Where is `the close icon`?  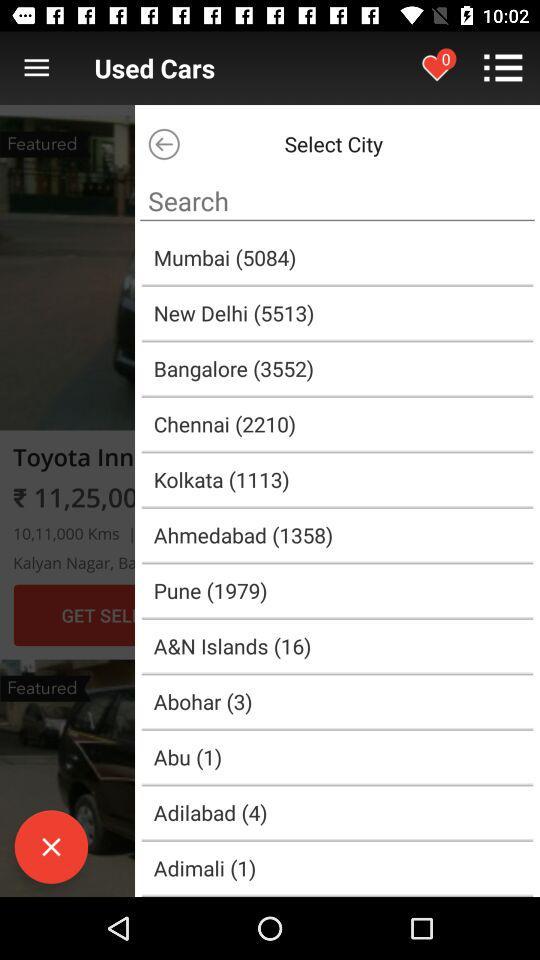 the close icon is located at coordinates (51, 846).